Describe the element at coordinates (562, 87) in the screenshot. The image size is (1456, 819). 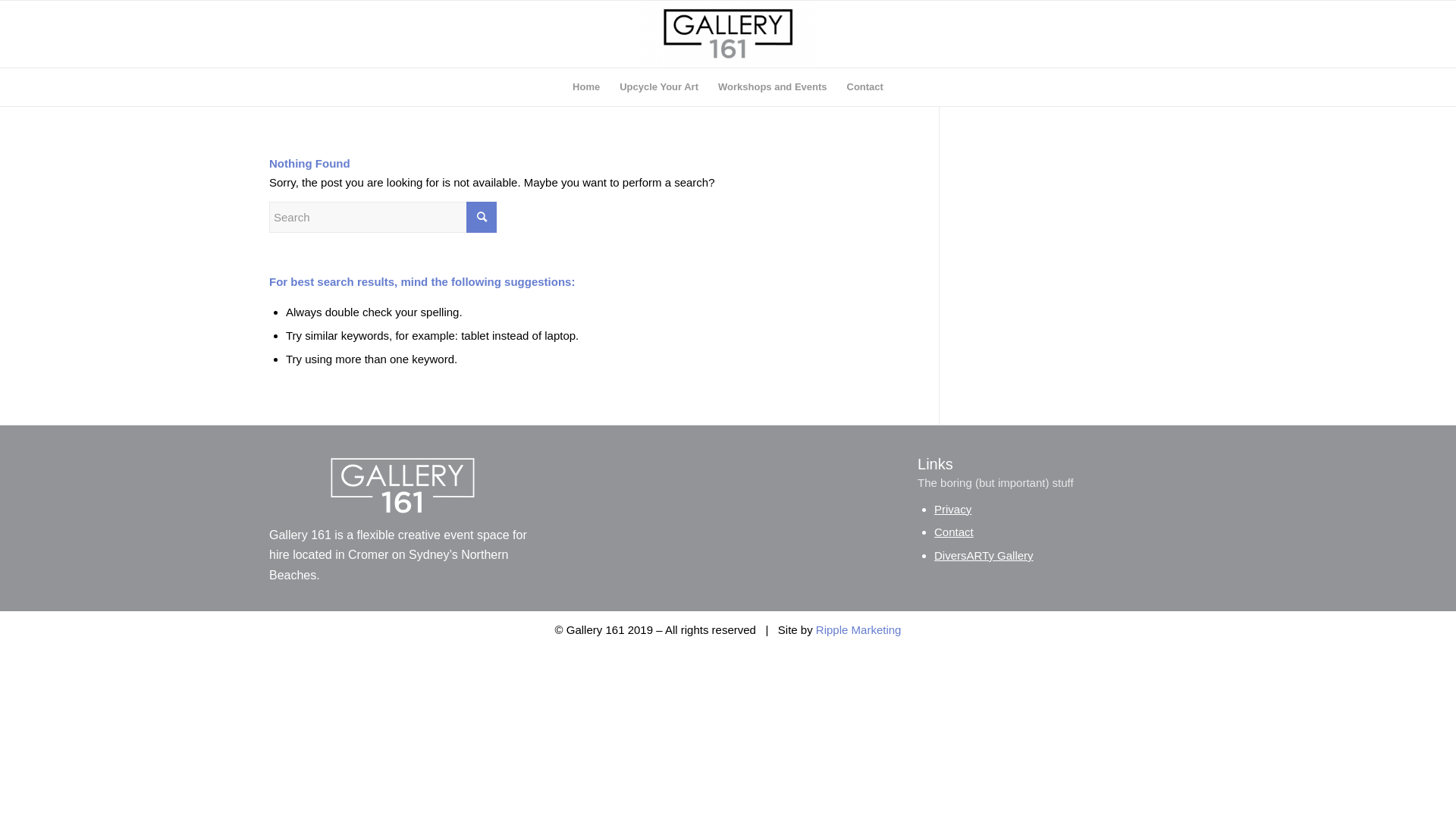
I see `'Home'` at that location.